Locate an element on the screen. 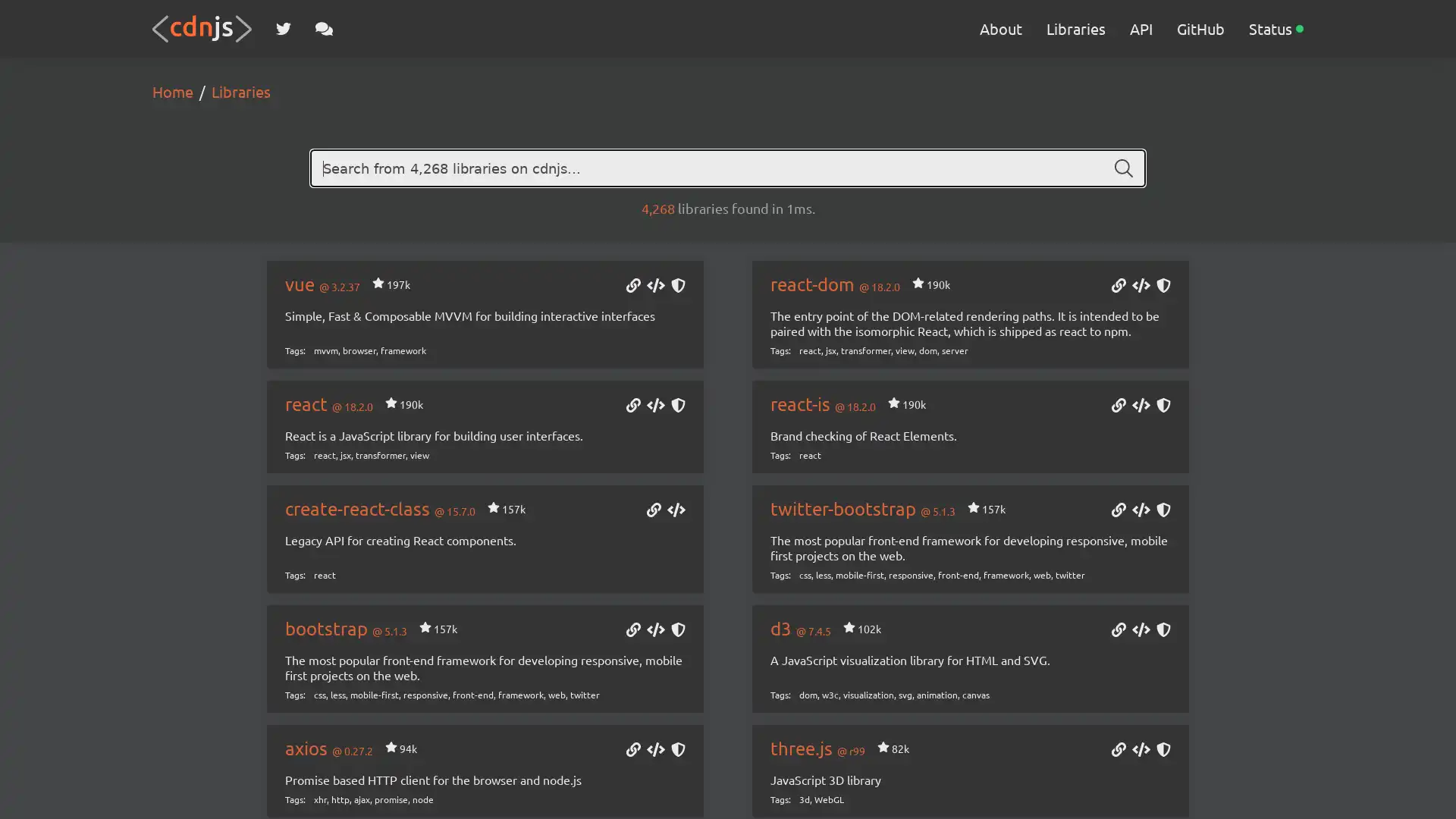 This screenshot has width=1456, height=819. Copy SRI Hash is located at coordinates (1163, 751).